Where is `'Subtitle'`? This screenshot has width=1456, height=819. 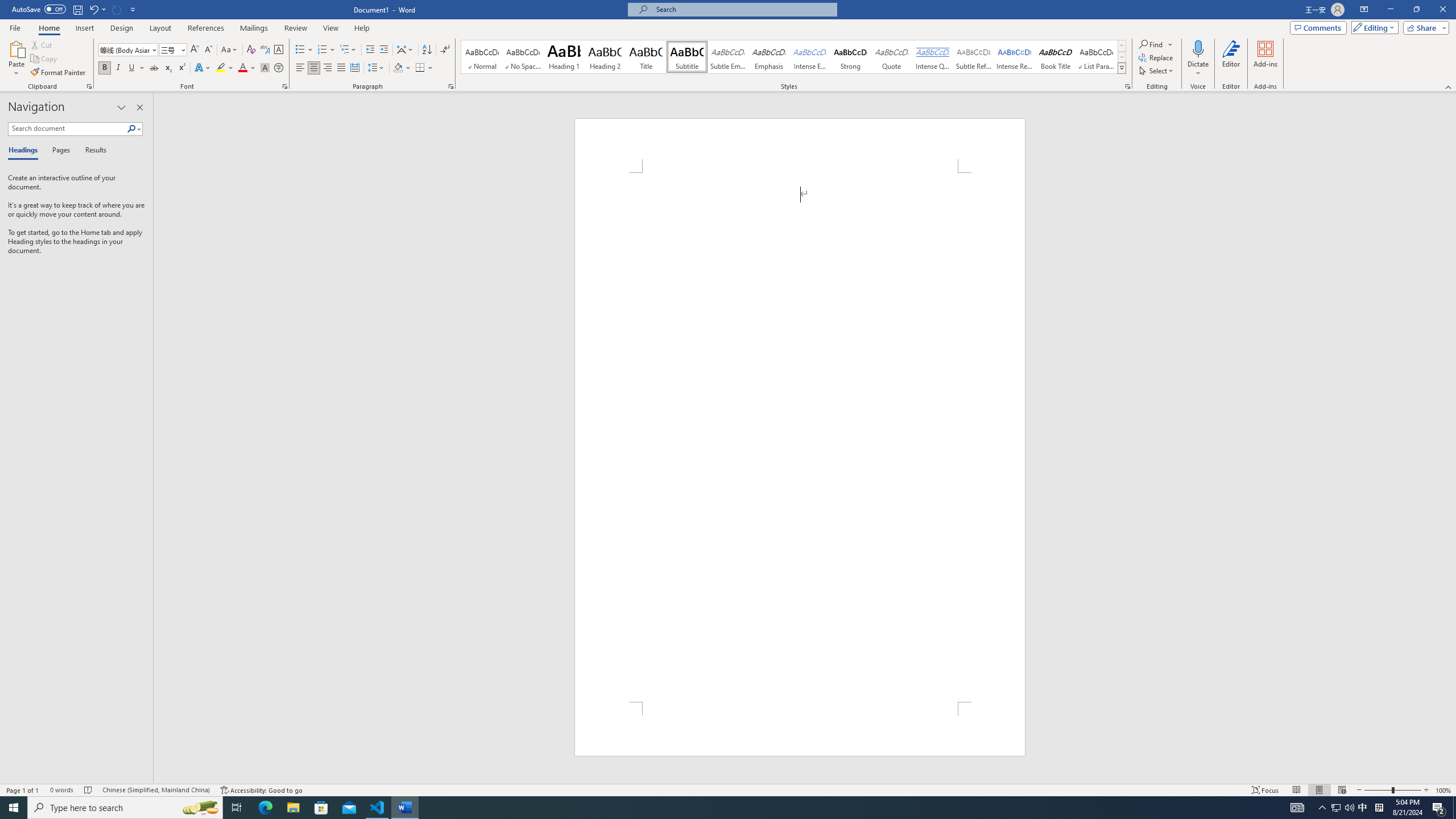
'Subtitle' is located at coordinates (686, 56).